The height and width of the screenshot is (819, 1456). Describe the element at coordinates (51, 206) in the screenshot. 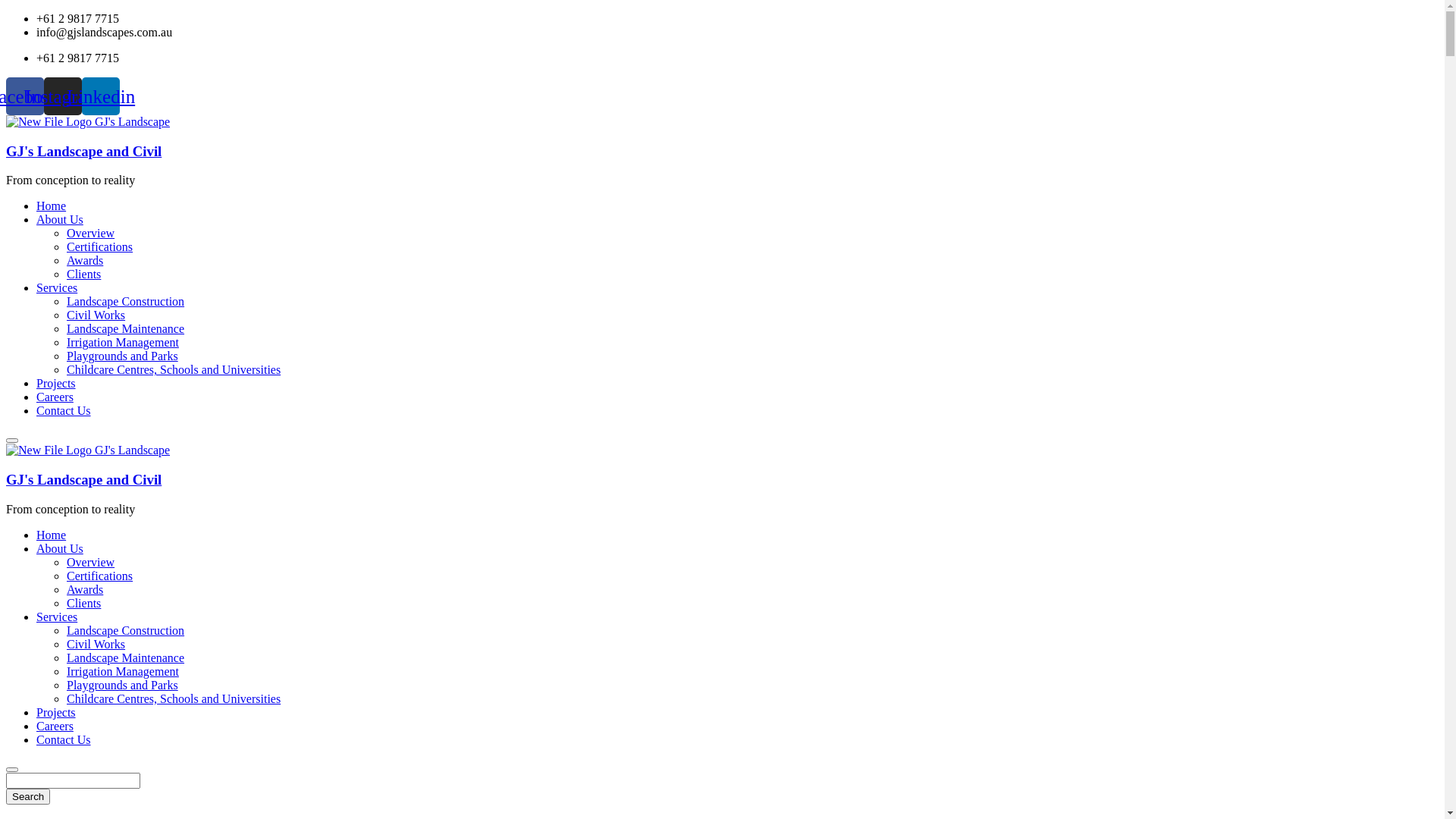

I see `'Home'` at that location.